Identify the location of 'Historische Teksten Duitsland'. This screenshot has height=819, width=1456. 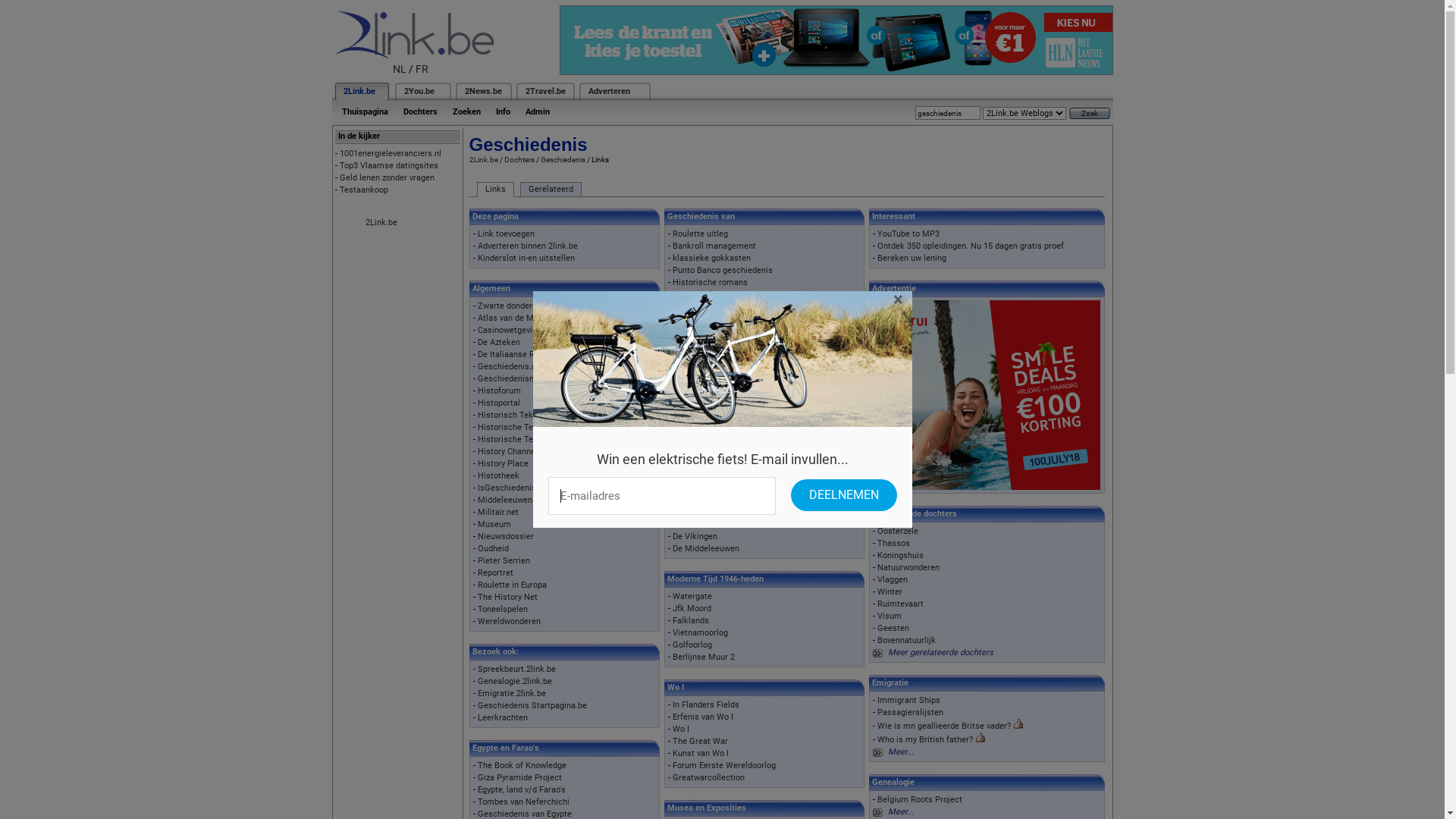
(535, 439).